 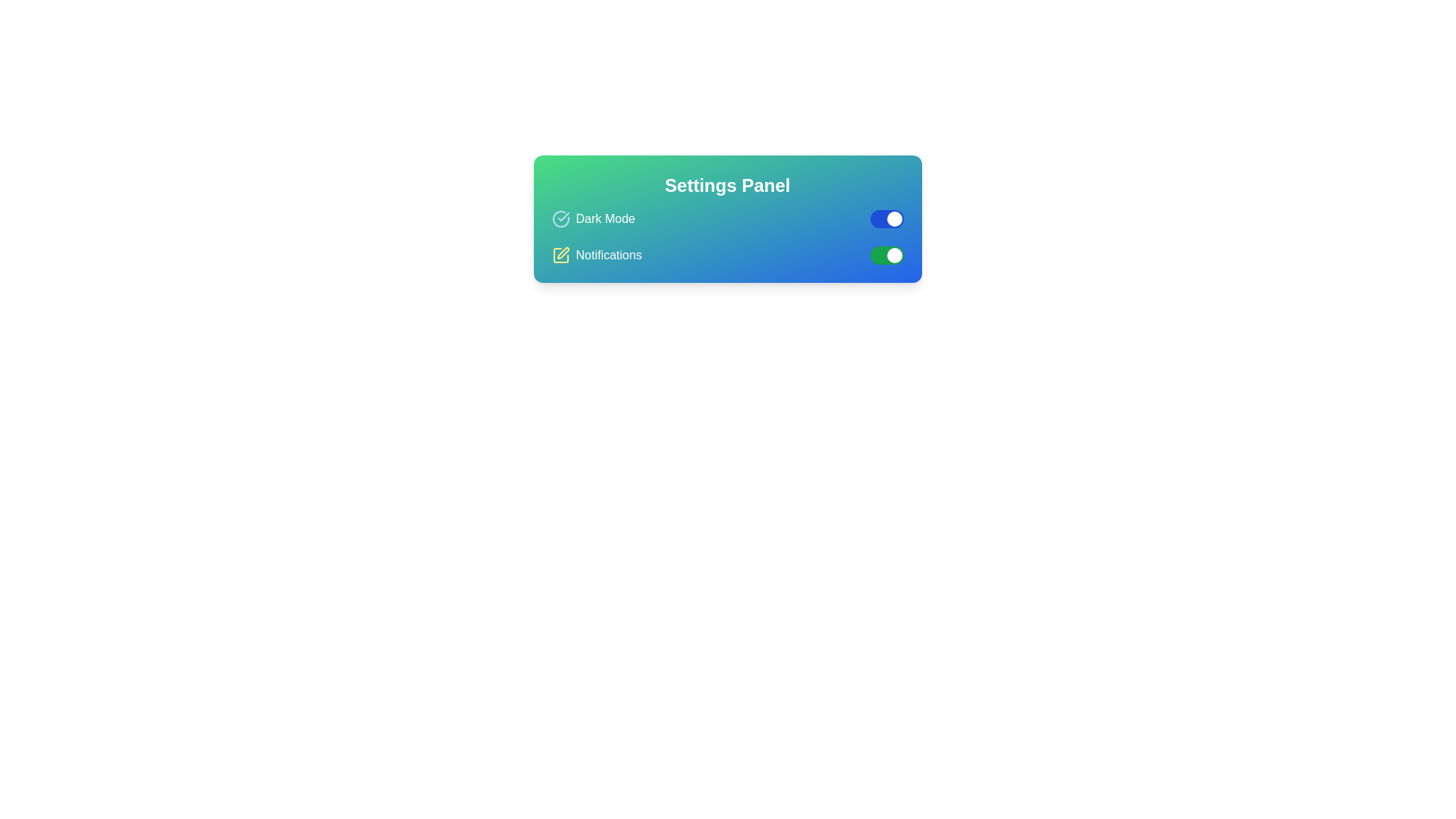 What do you see at coordinates (560, 254) in the screenshot?
I see `the interactive icon for editing or adjusting notification settings located to the left of the 'Notifications' text in the 'Settings Panel'` at bounding box center [560, 254].